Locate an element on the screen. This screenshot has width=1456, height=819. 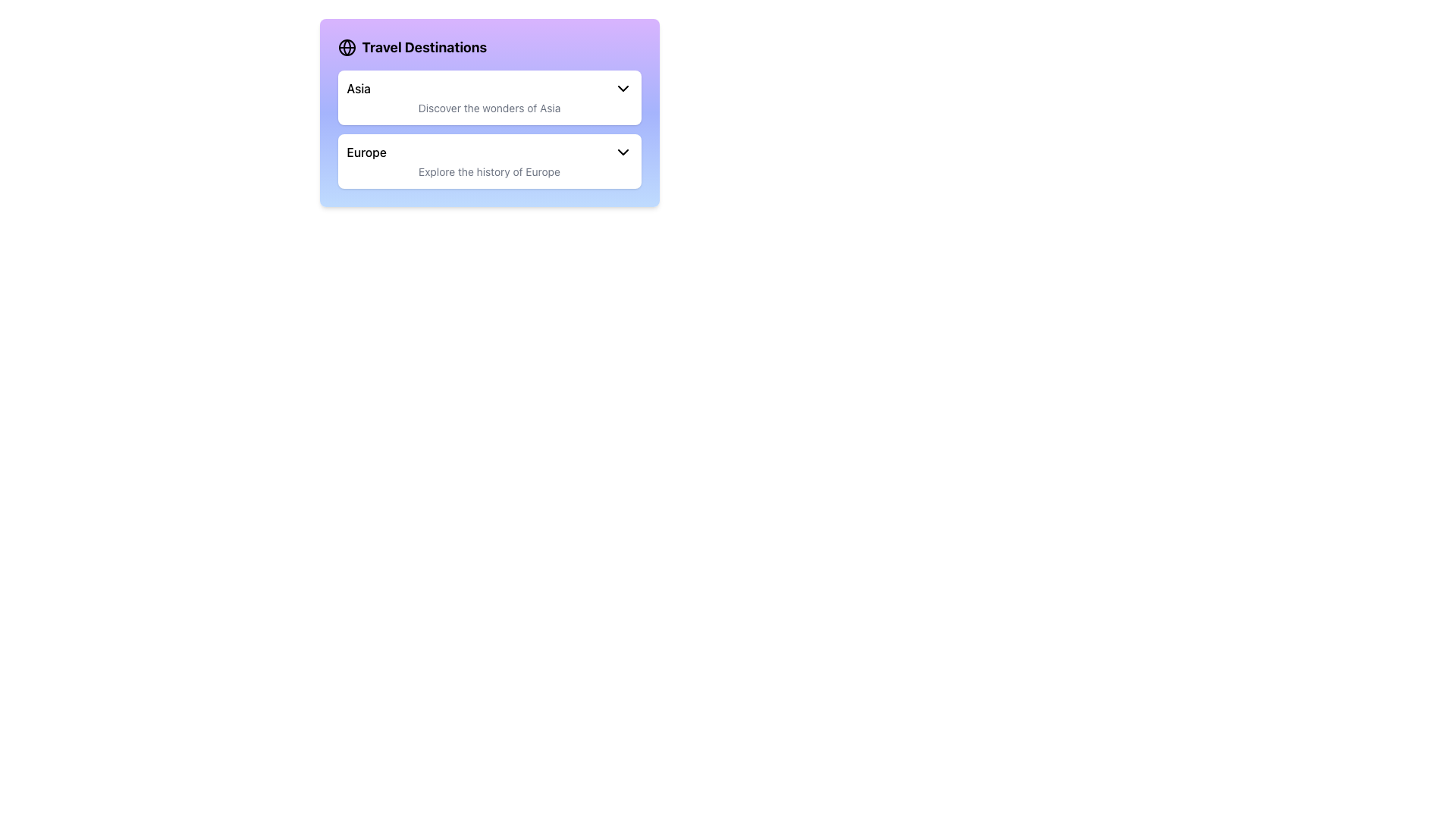
the chevron icon located to the right of the 'Europe' label is located at coordinates (623, 152).